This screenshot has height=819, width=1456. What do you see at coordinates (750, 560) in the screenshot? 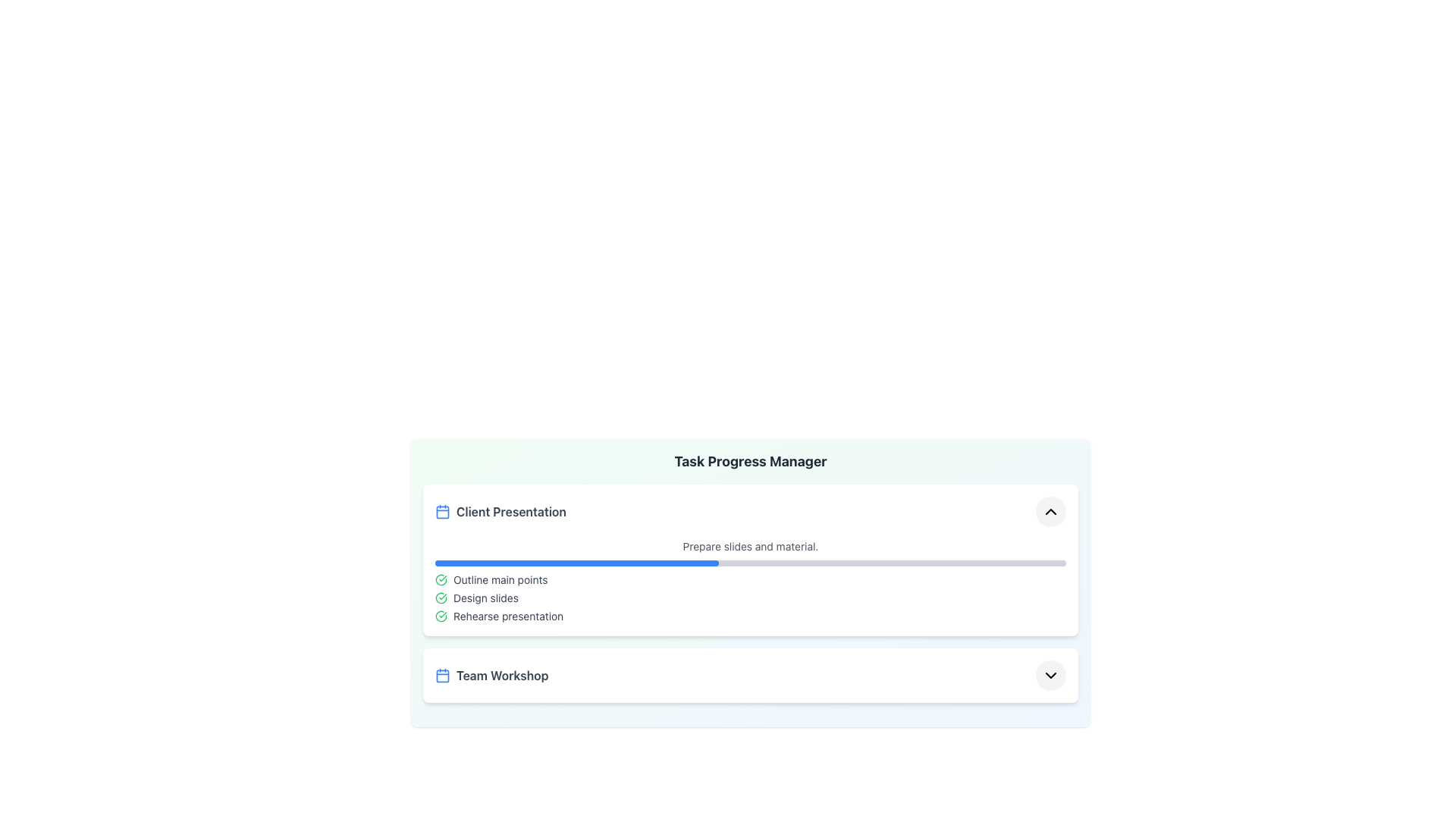
I see `the visible interactive subtasks in the task progress section located below the 'Task Progress Manager' title` at bounding box center [750, 560].